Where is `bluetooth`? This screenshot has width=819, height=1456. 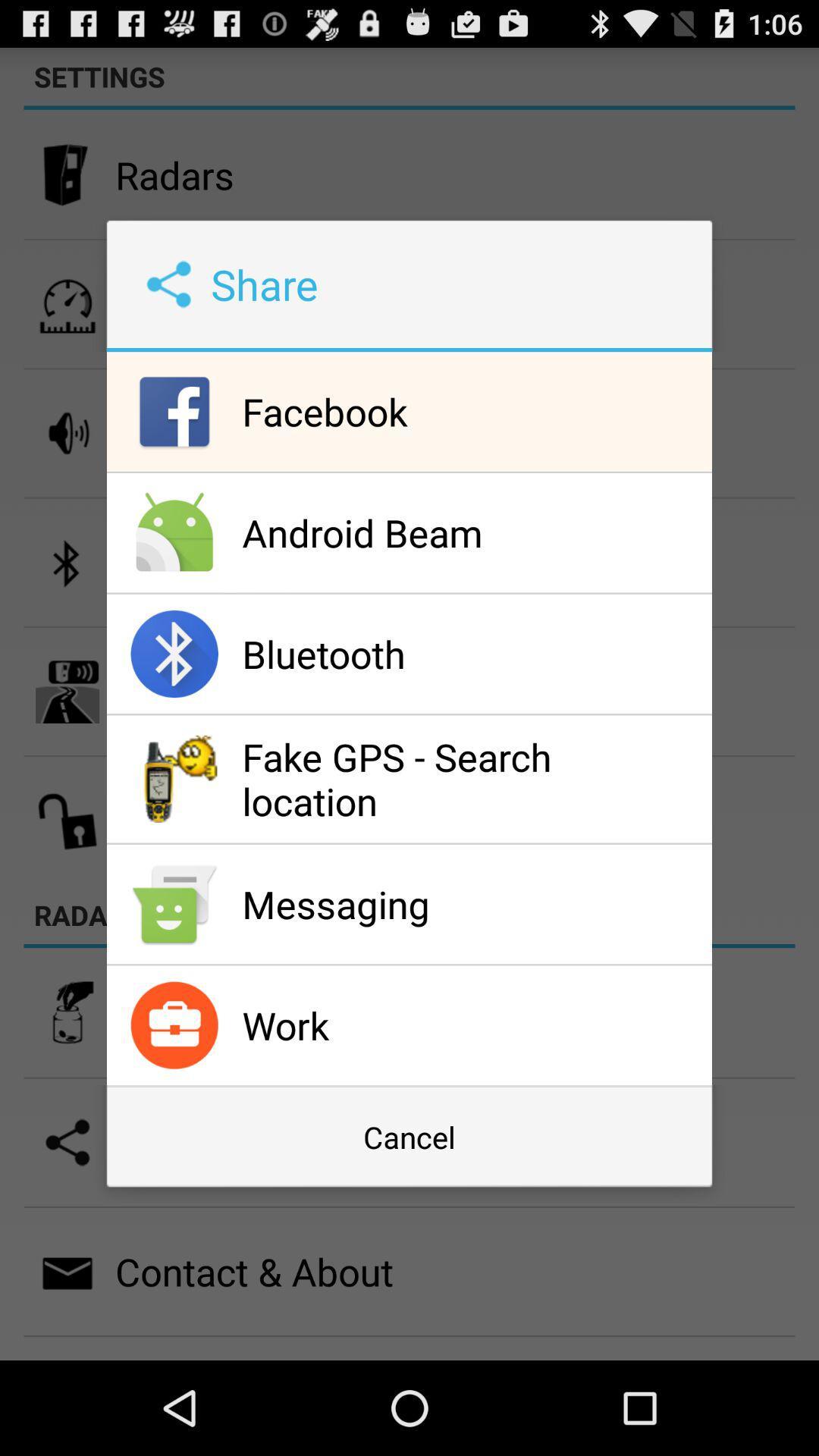
bluetooth is located at coordinates (472, 654).